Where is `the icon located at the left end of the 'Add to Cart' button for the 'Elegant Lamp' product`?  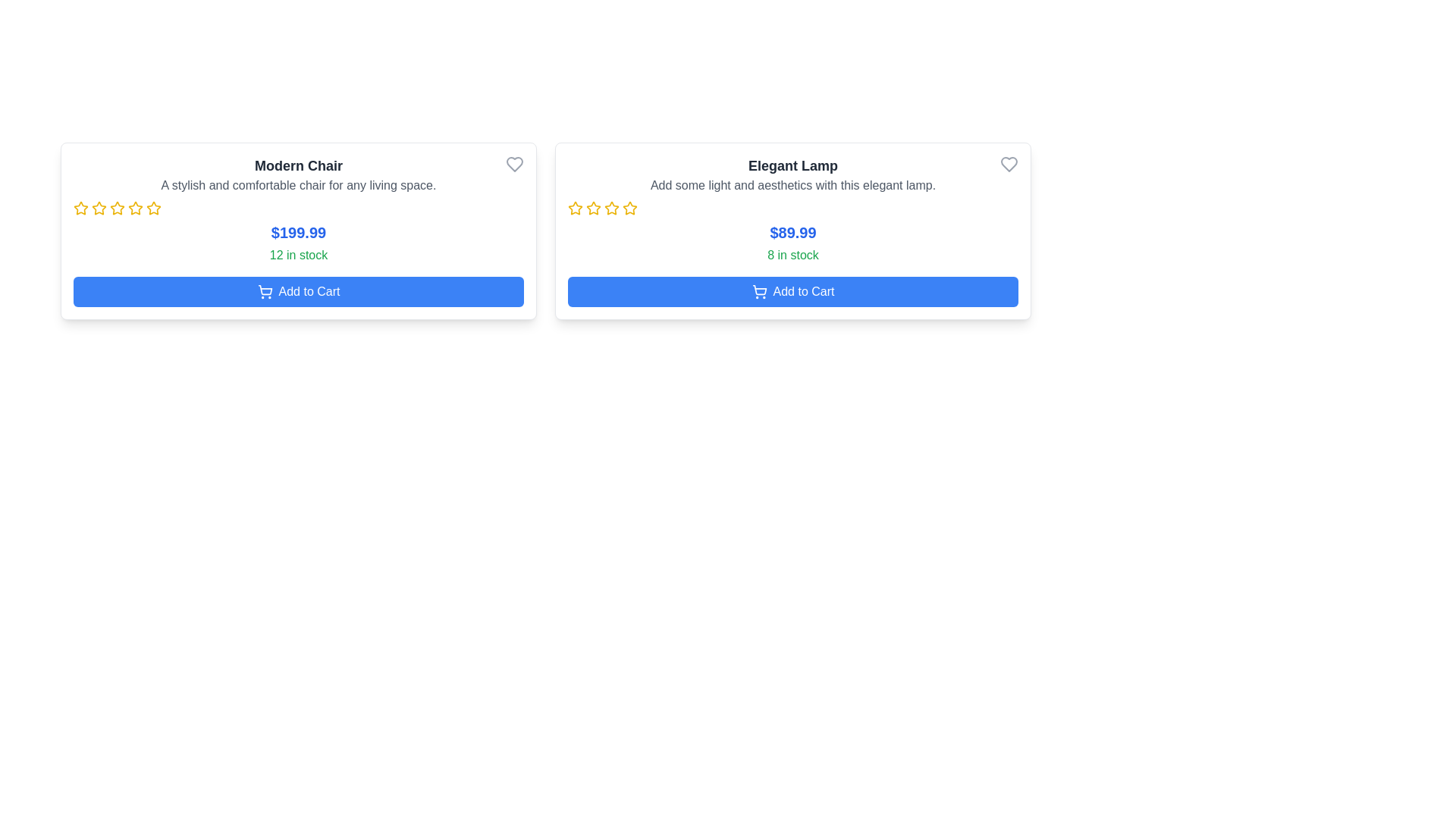
the icon located at the left end of the 'Add to Cart' button for the 'Elegant Lamp' product is located at coordinates (759, 292).